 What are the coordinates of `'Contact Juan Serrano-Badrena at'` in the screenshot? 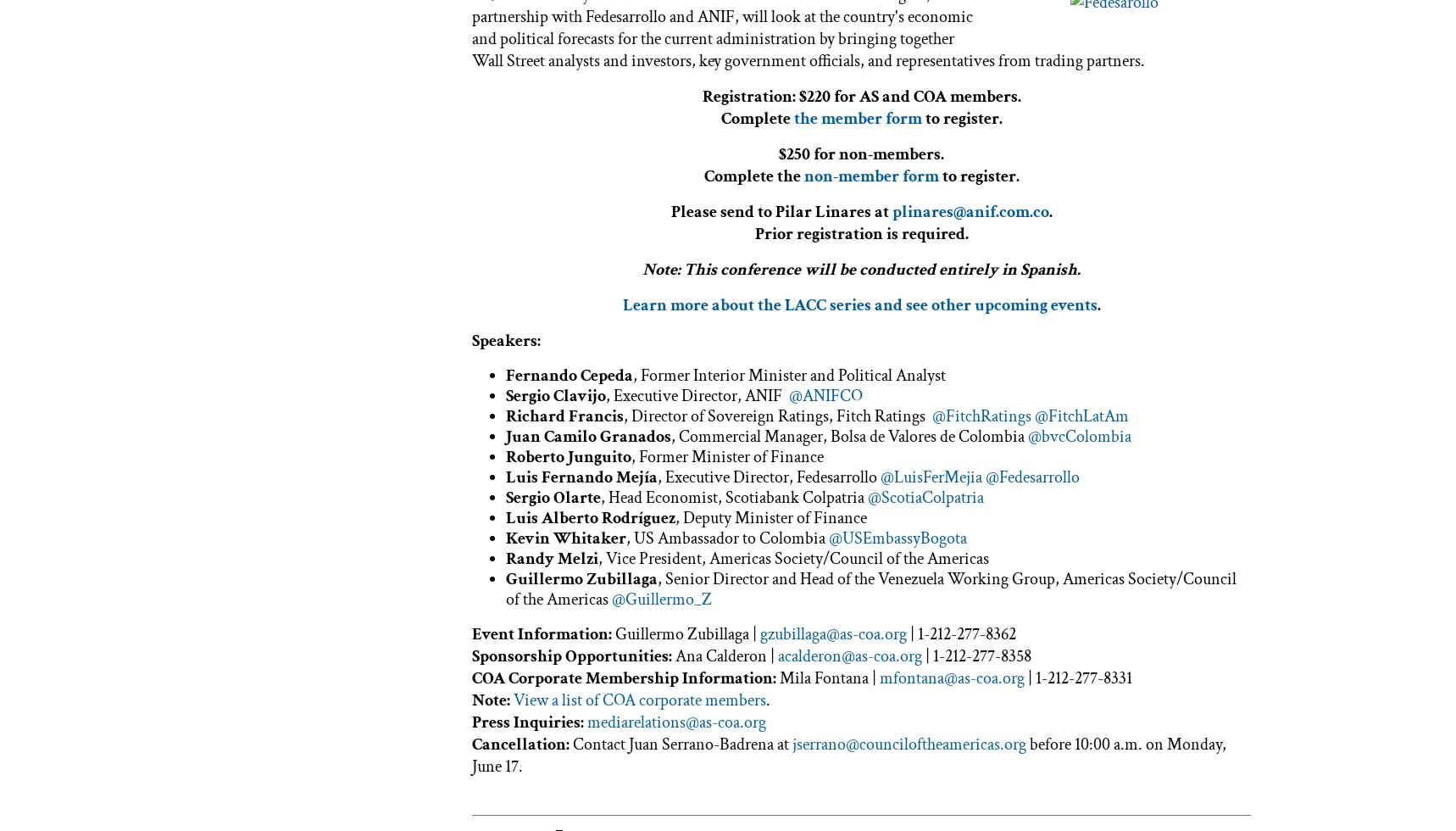 It's located at (682, 744).